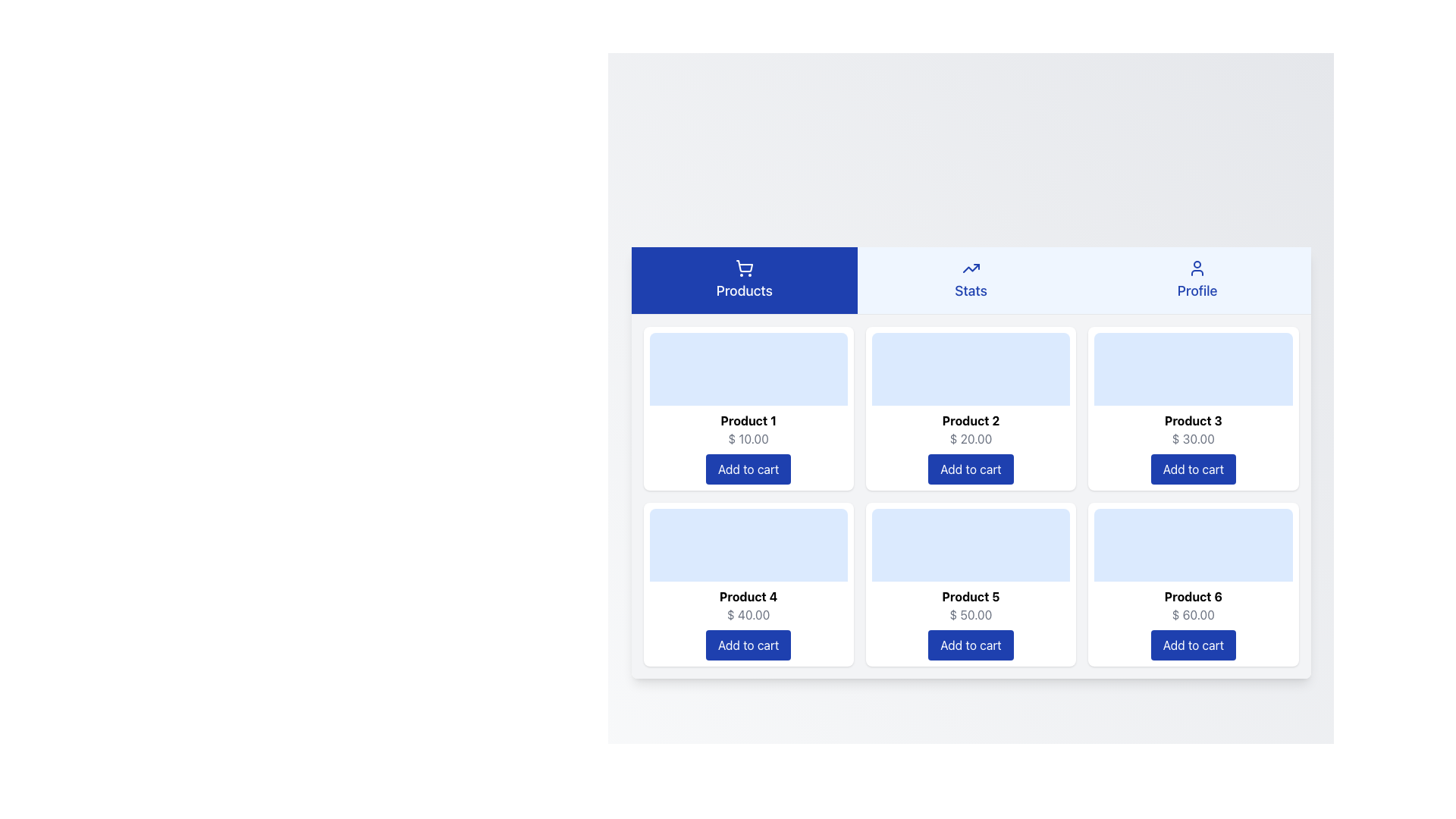 This screenshot has height=819, width=1456. I want to click on the 'Add Product 3 to Cart' button located at the bottom of the top right card in a 3x2 grid layout, enabling keyboard navigation, so click(1192, 468).